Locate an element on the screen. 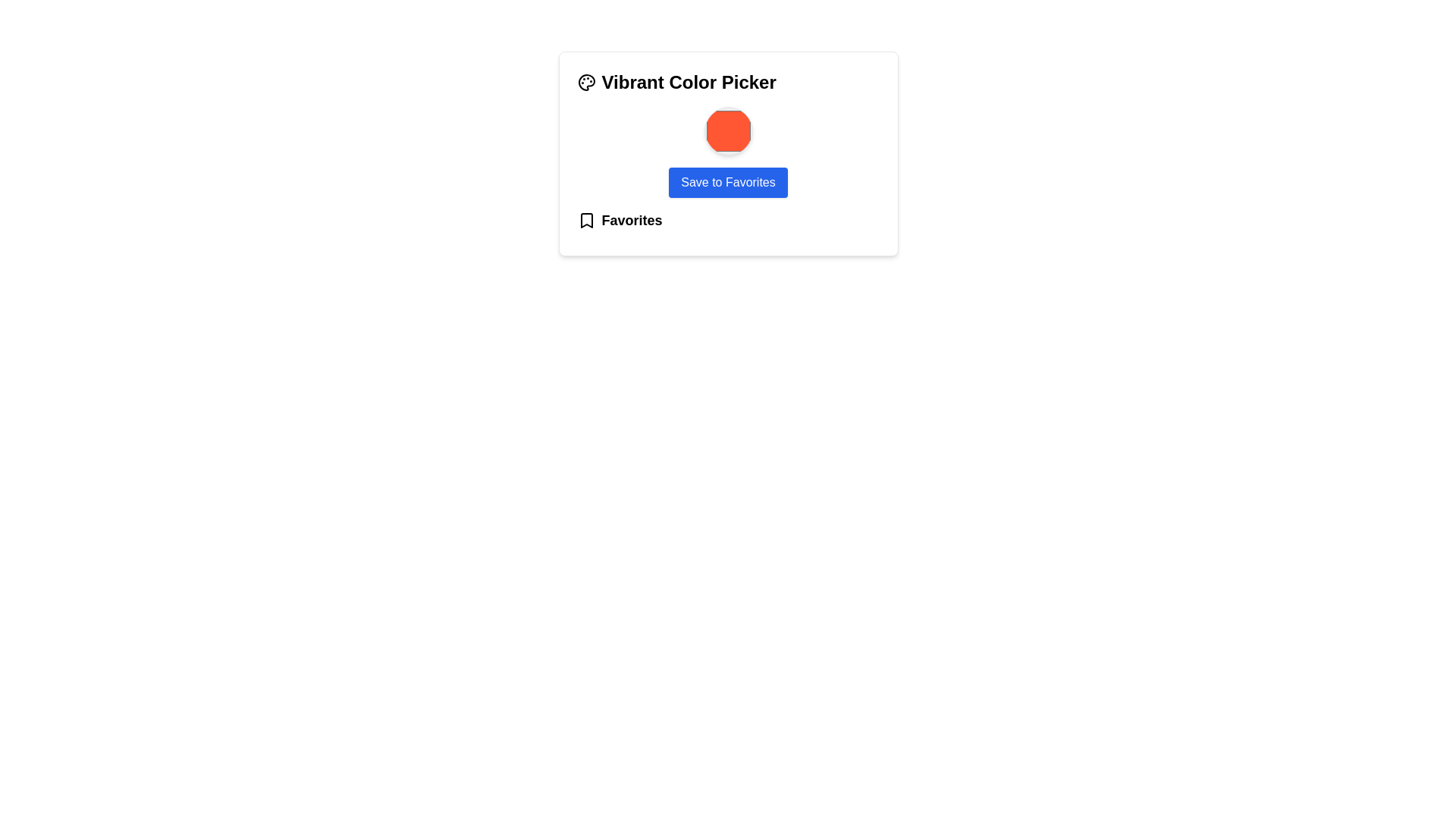 Image resolution: width=1456 pixels, height=819 pixels. the 'Favorite' icon located at the bottom-left of the card component next to the text 'Favorites' is located at coordinates (585, 220).